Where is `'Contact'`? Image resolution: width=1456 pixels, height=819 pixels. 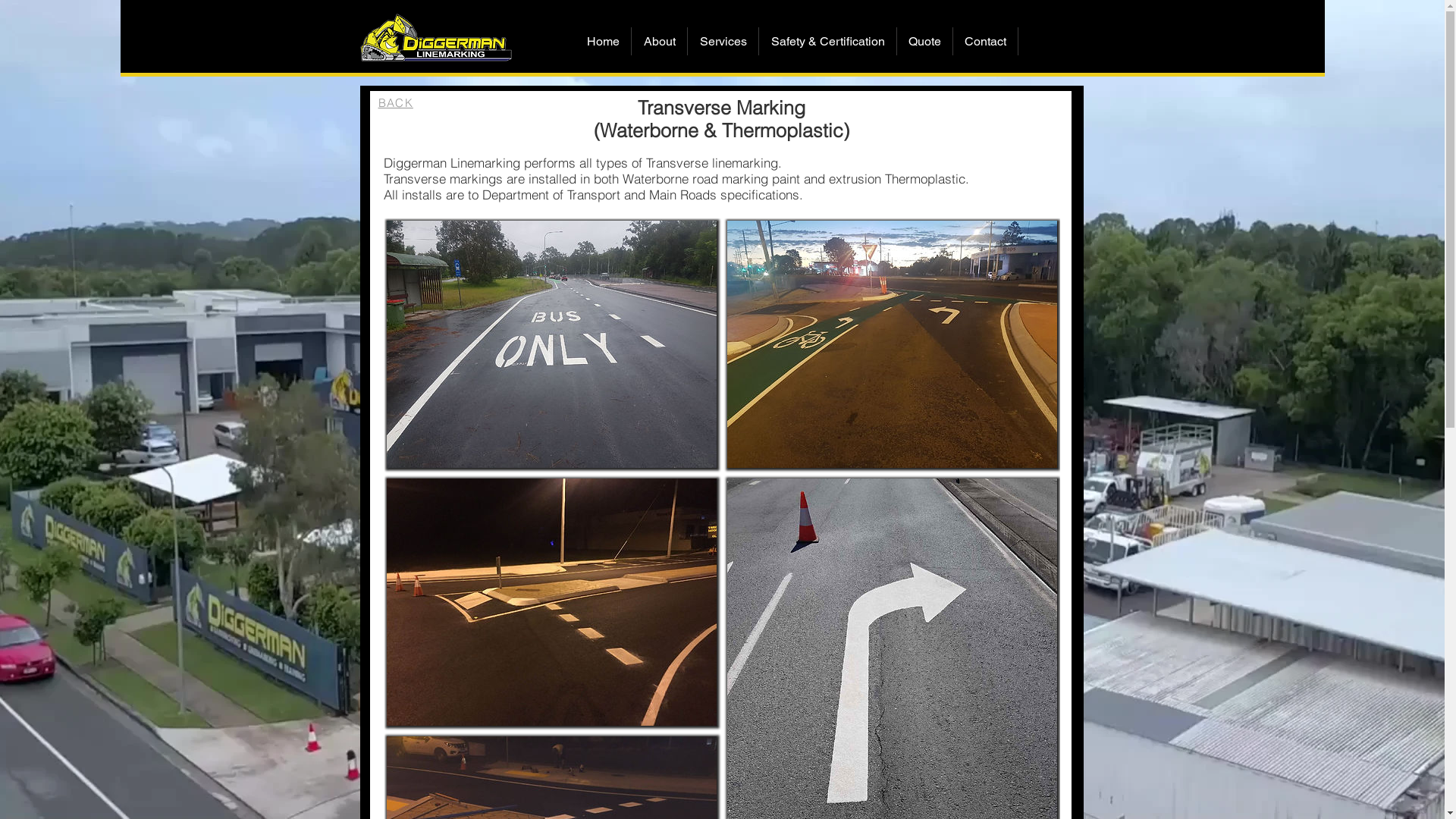
'Contact' is located at coordinates (985, 40).